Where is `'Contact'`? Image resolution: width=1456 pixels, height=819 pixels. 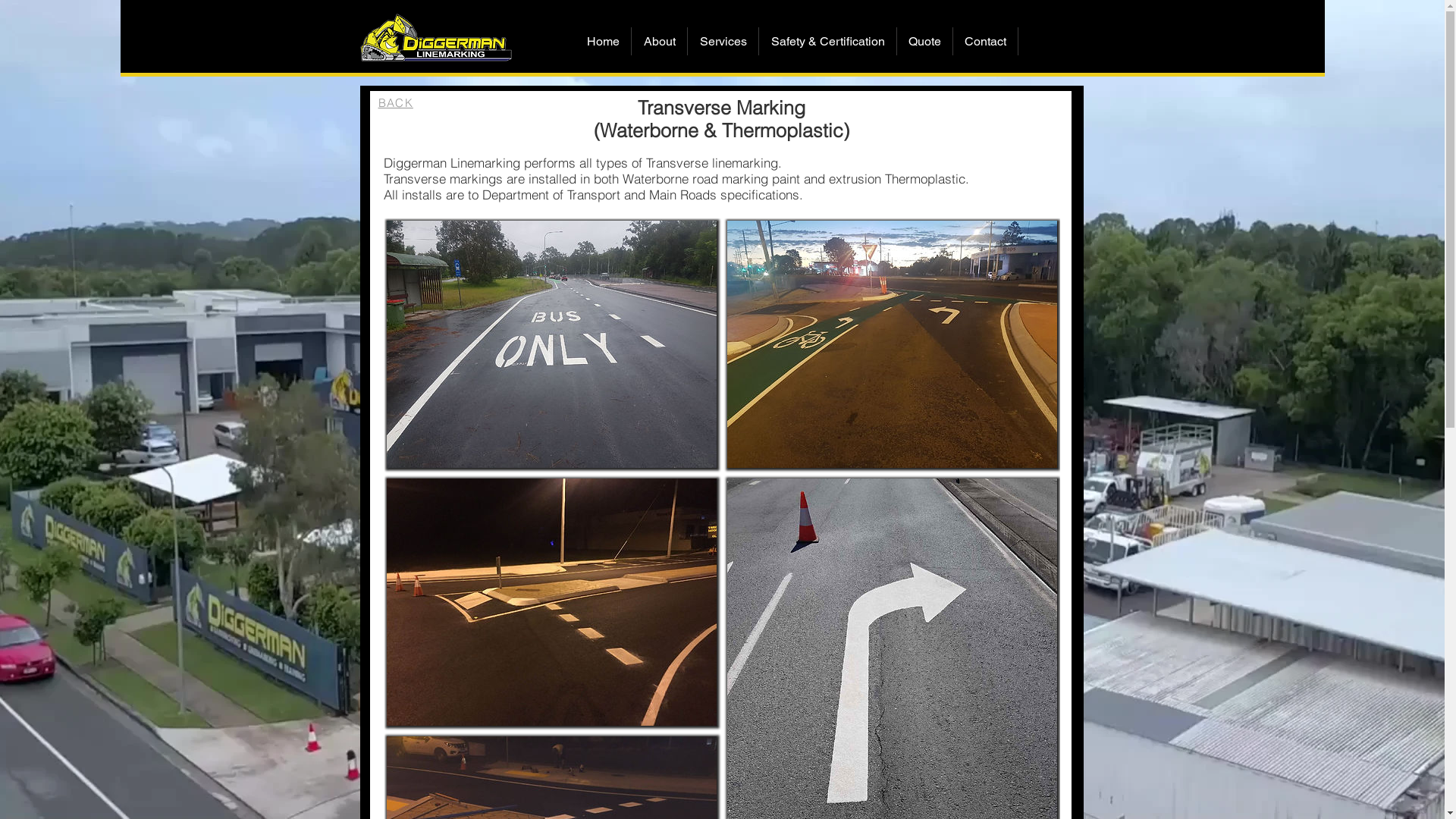
'Contact' is located at coordinates (985, 40).